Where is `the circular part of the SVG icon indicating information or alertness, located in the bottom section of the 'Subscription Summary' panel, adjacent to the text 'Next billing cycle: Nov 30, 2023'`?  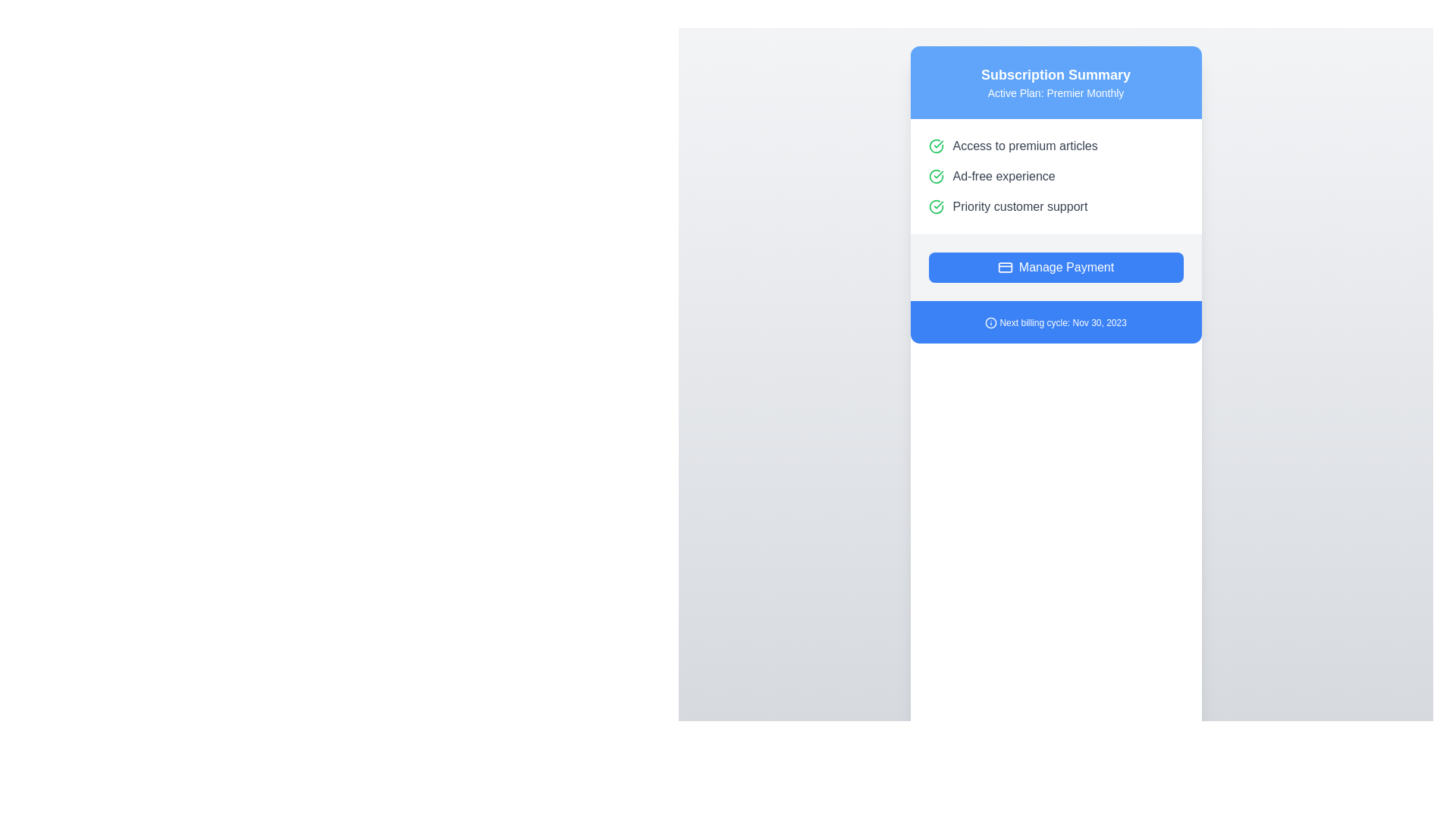
the circular part of the SVG icon indicating information or alertness, located in the bottom section of the 'Subscription Summary' panel, adjacent to the text 'Next billing cycle: Nov 30, 2023' is located at coordinates (991, 322).